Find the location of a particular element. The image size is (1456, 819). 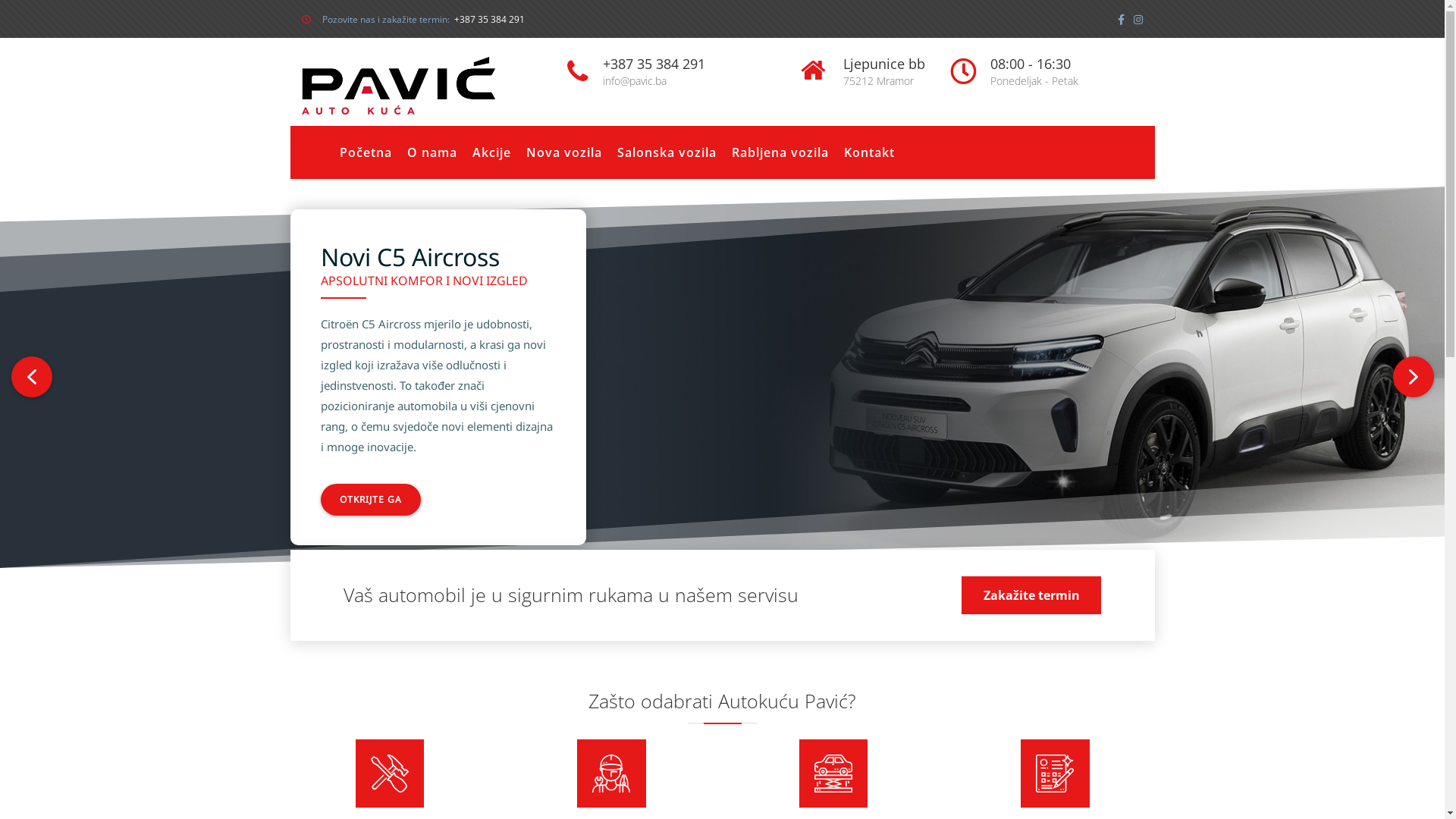

'Kontakt' is located at coordinates (868, 152).